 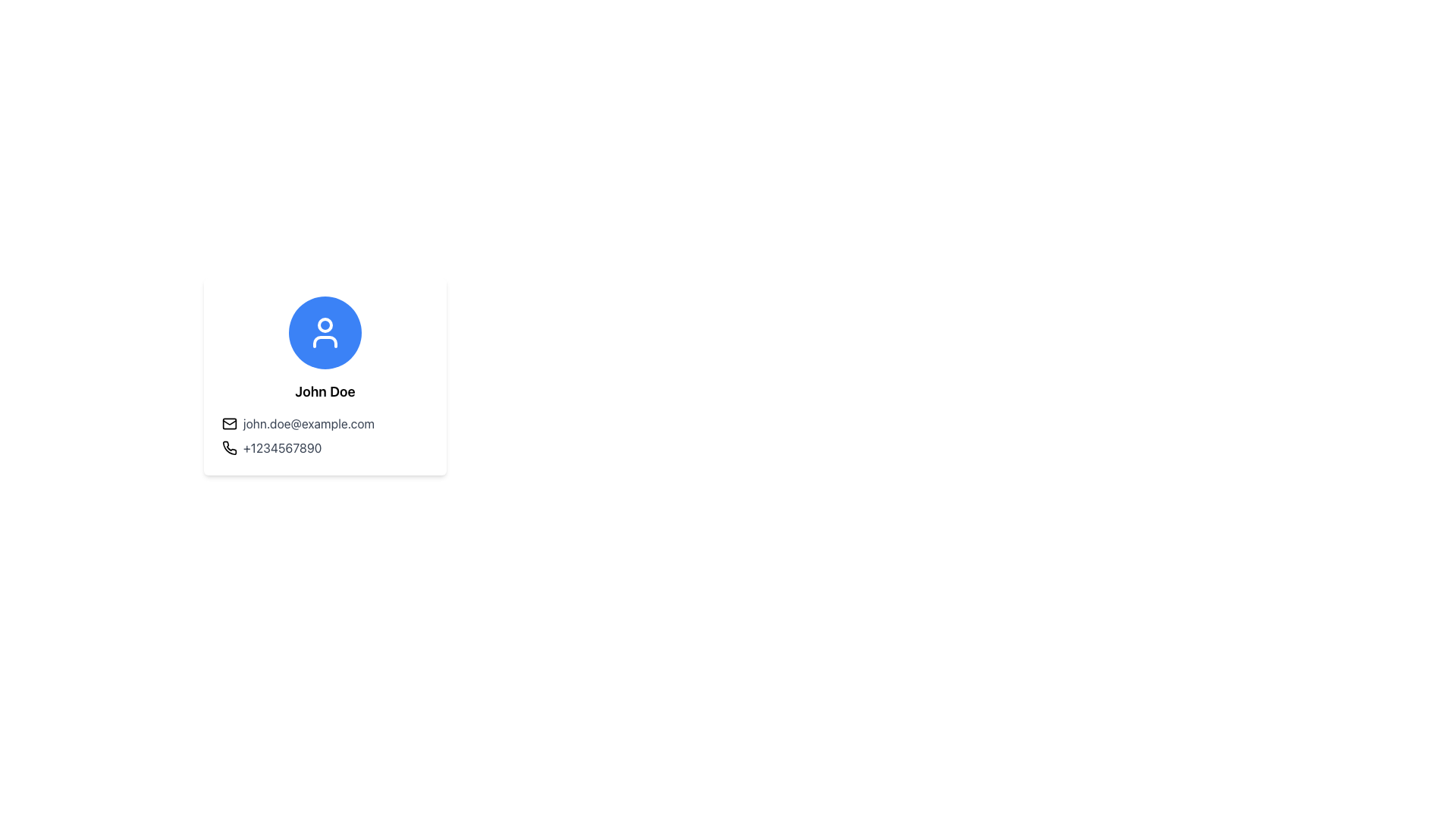 What do you see at coordinates (324, 391) in the screenshot?
I see `the prominent text label displaying the name 'John Doe' in bold font, which is located beneath the avatar icon and above the email and phone information` at bounding box center [324, 391].